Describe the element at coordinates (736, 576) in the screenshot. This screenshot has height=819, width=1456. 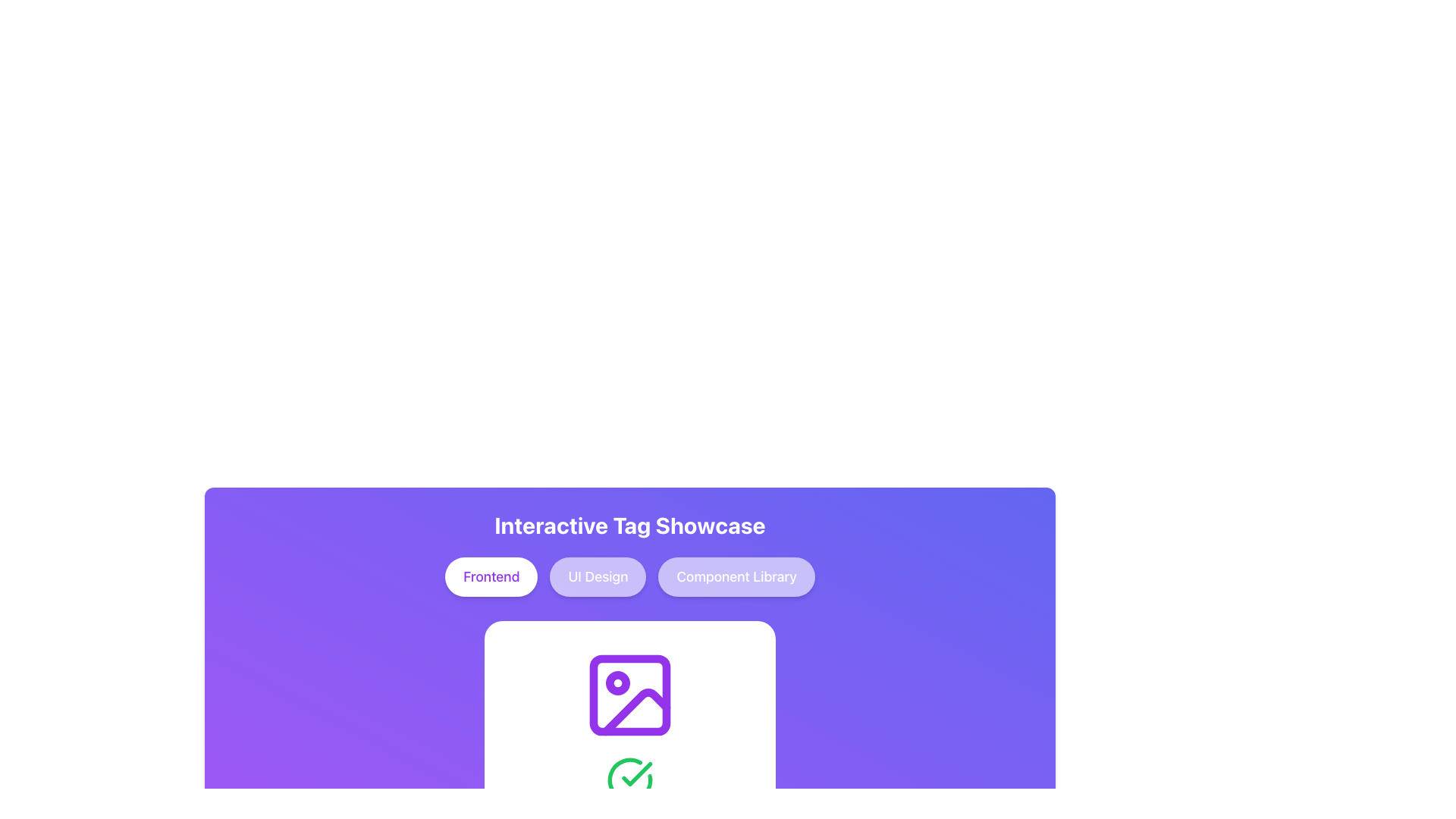
I see `the 'Component Library' button, which is a text button with rounded ends, purple background, and white text, located to the far right of its group within the 'Interactive Tag Showcase'` at that location.